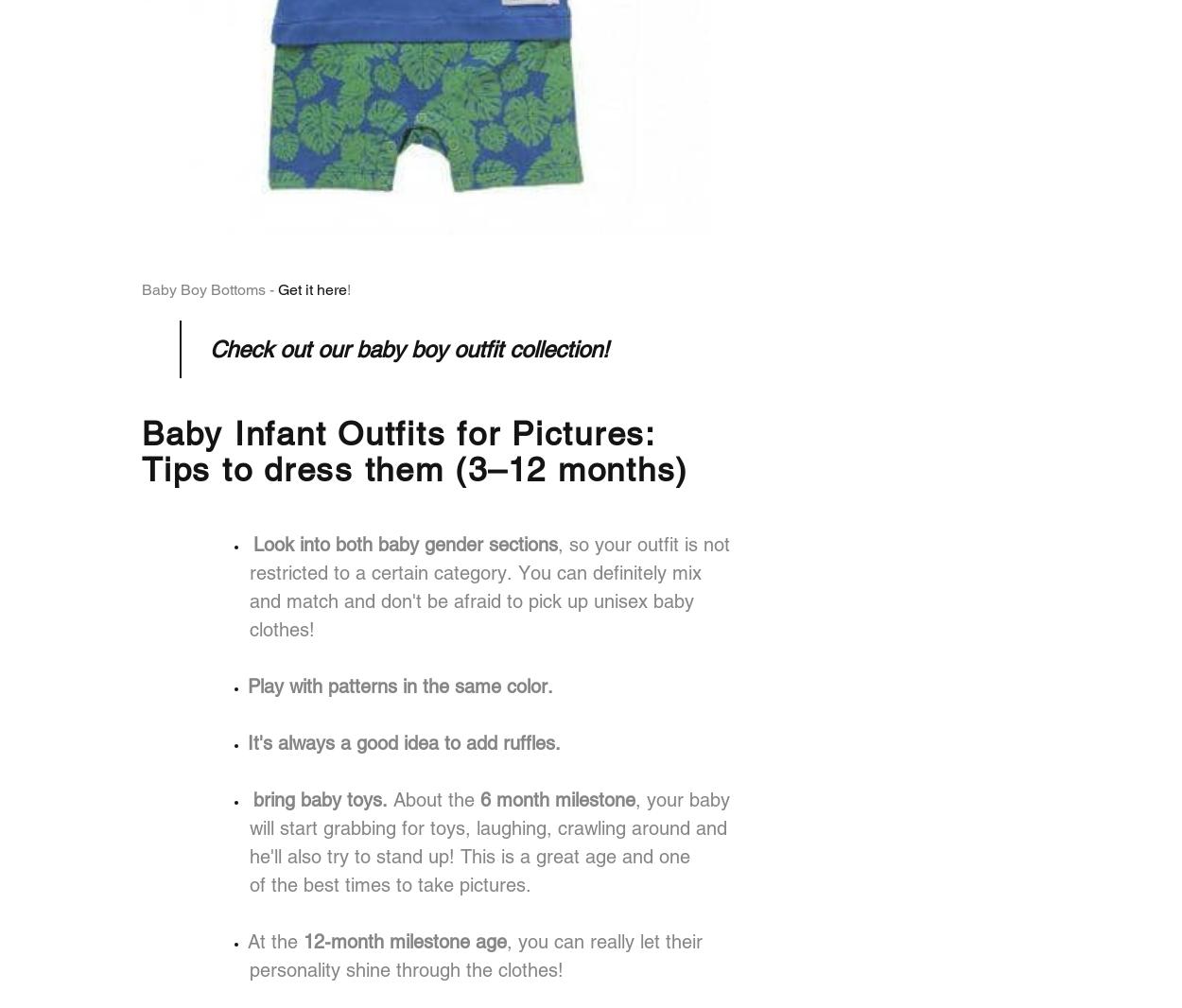  I want to click on ', your baby will start grabbing for toys, laughing, crawling around and he'll also try to stand up! This is a great age and one of the best times to take pictures.', so click(250, 842).